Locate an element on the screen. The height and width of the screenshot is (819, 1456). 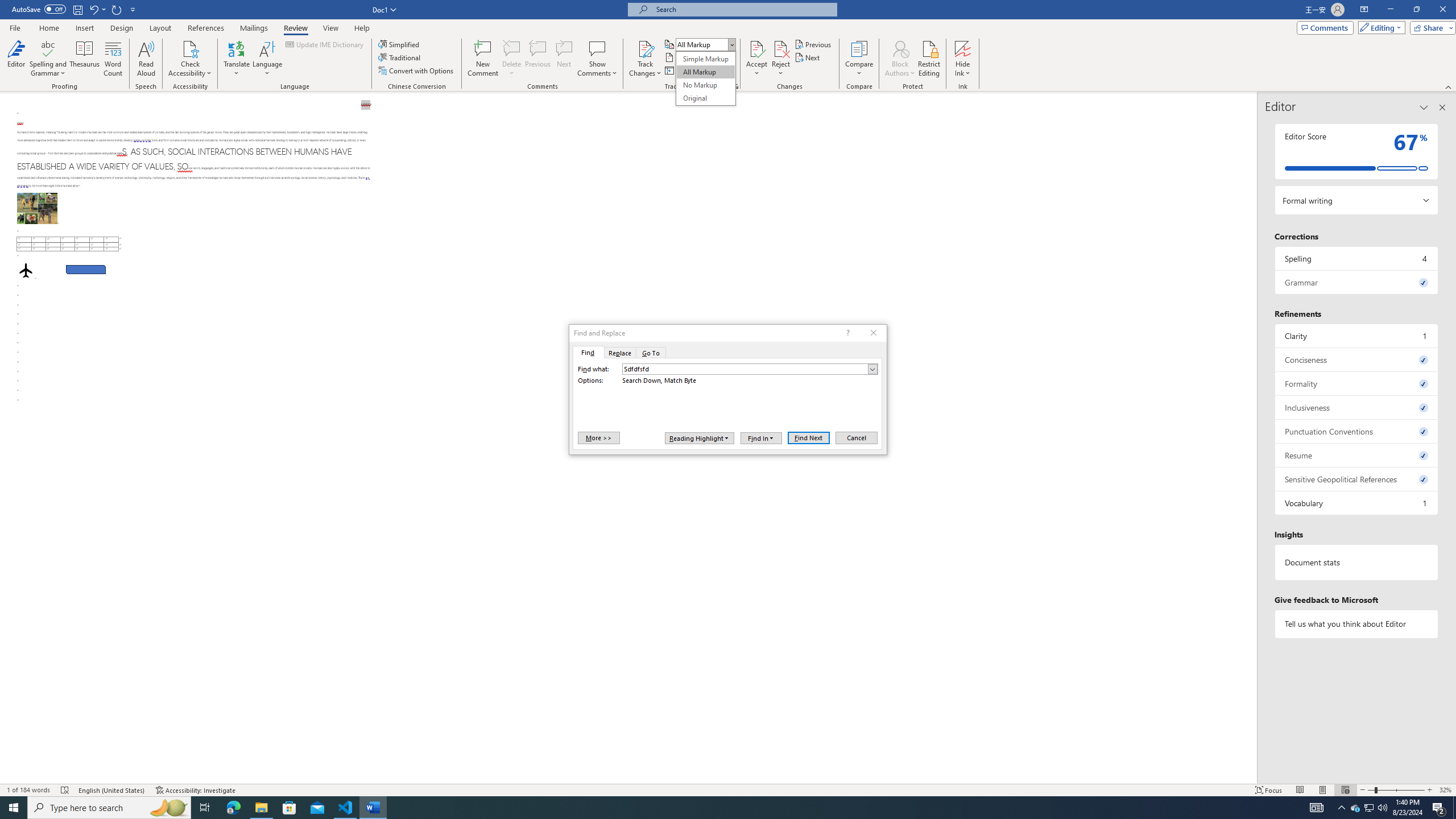
'Notification Chevron' is located at coordinates (1342, 806).